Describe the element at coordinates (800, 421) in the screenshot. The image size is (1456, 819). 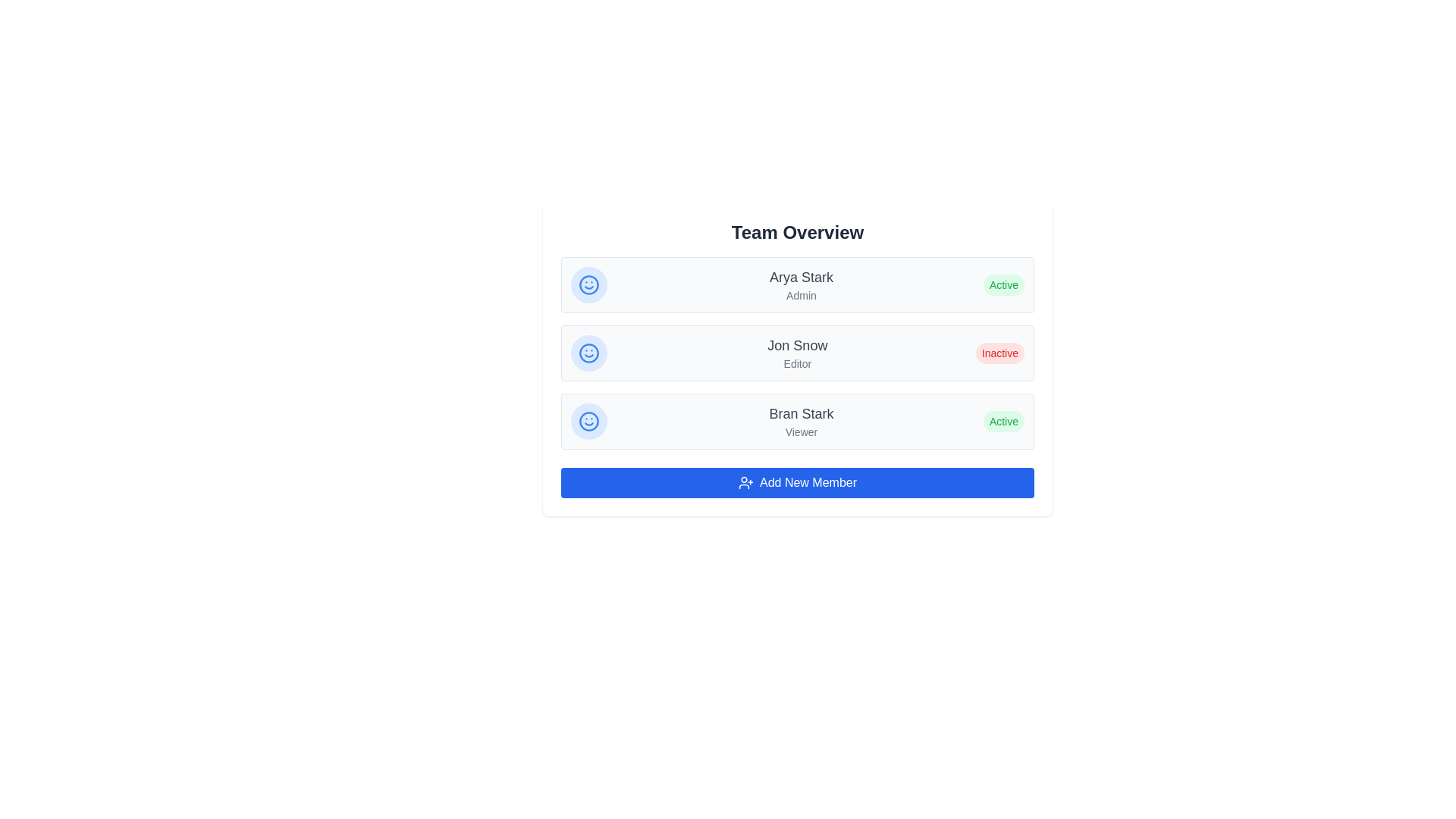
I see `the text display element that shows 'Bran Stark' and their designation 'Viewer', located in the third card of a vertical list` at that location.